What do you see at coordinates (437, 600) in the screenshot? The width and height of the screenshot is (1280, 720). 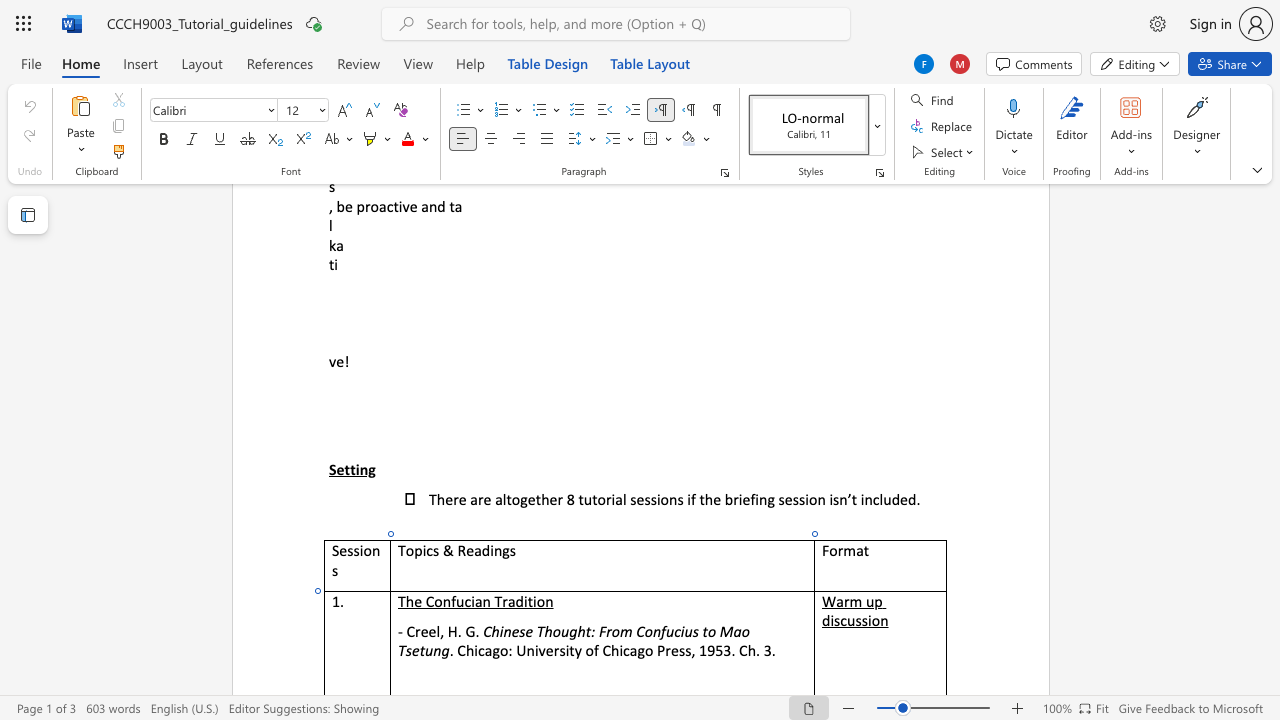 I see `the 1th character "o" in the text` at bounding box center [437, 600].